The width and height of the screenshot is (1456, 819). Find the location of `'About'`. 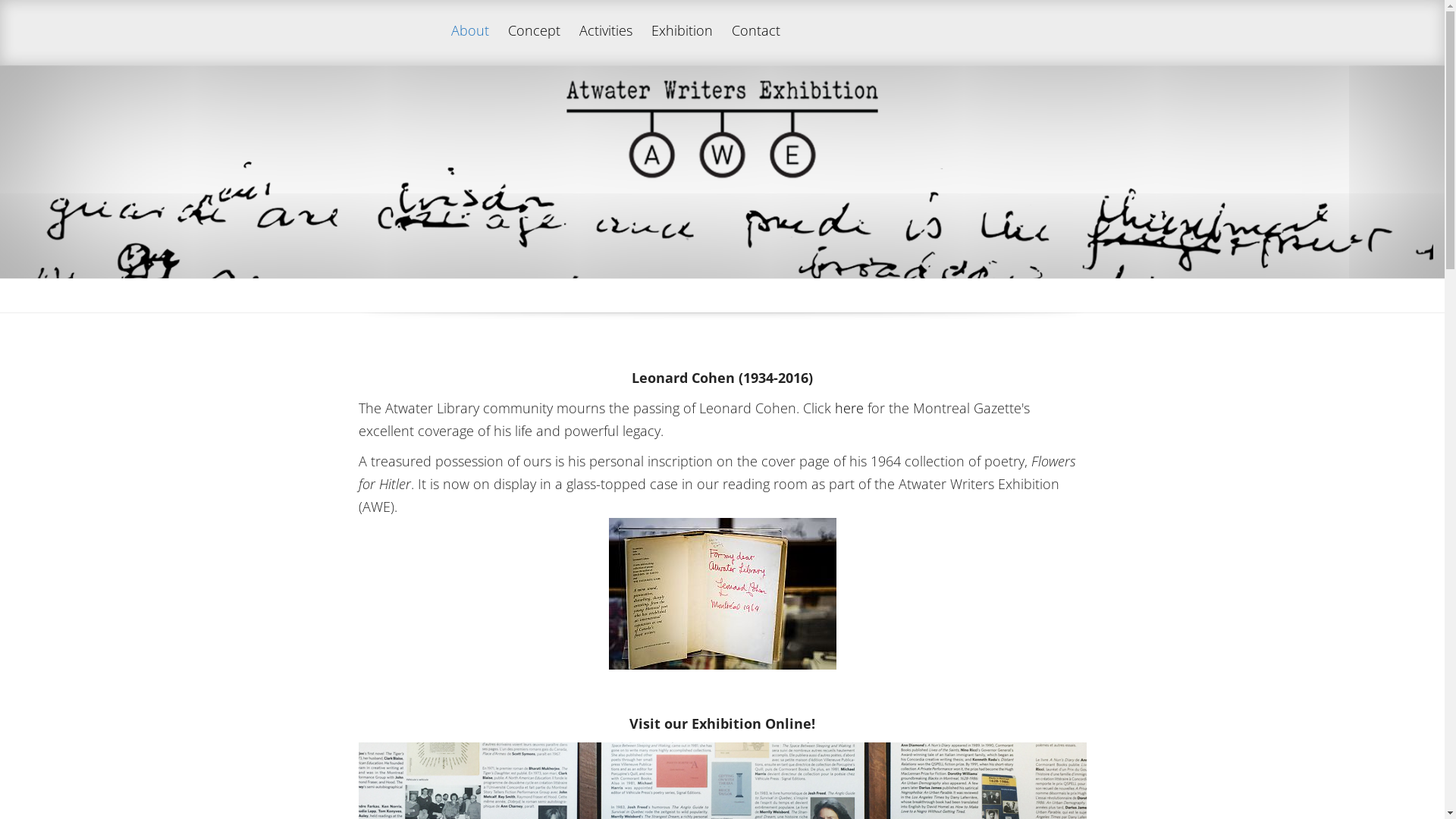

'About' is located at coordinates (469, 43).